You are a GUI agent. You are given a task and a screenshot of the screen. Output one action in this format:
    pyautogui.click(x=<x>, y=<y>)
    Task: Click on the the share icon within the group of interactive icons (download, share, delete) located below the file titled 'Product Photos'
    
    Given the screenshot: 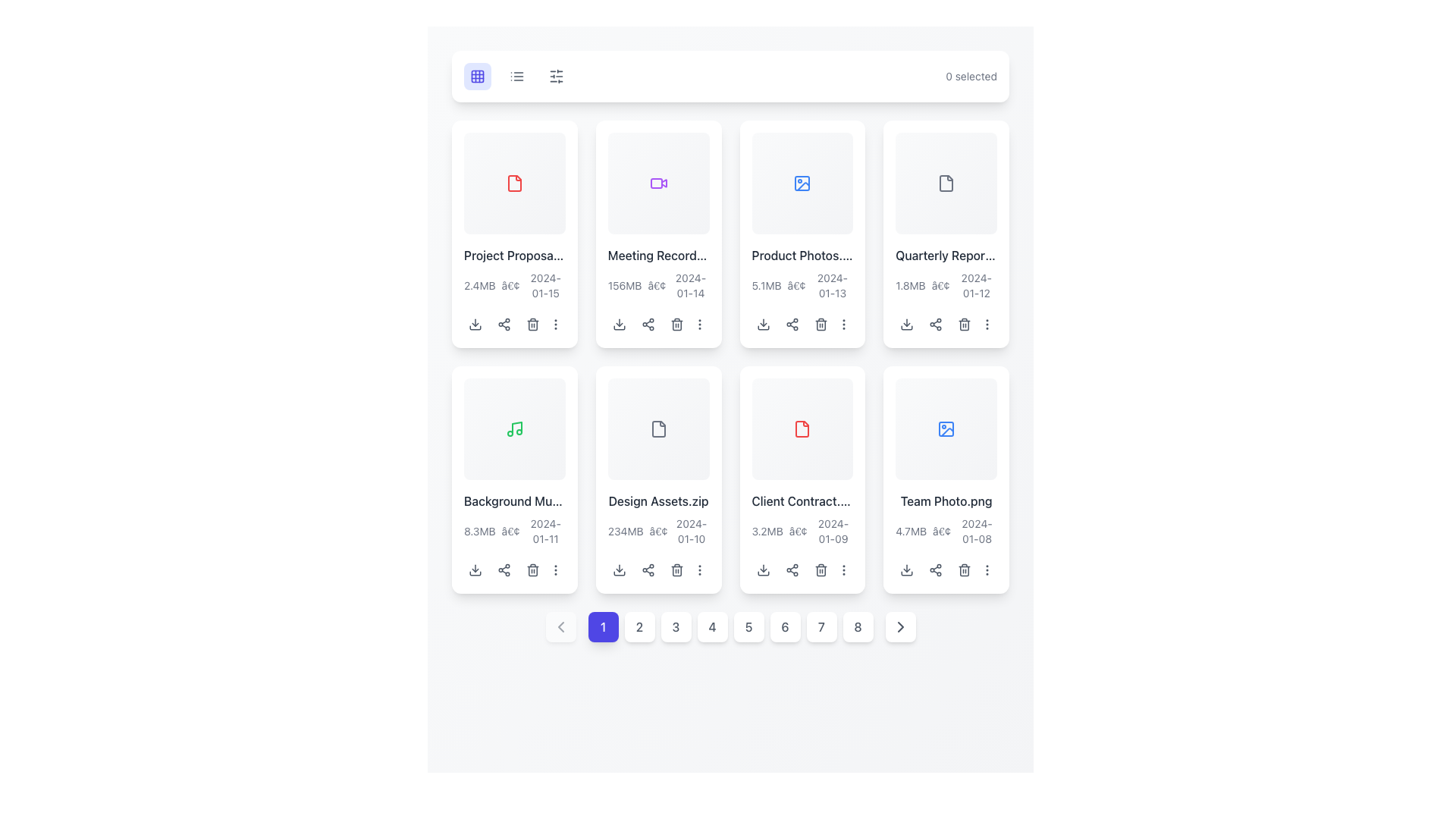 What is the action you would take?
    pyautogui.click(x=791, y=323)
    